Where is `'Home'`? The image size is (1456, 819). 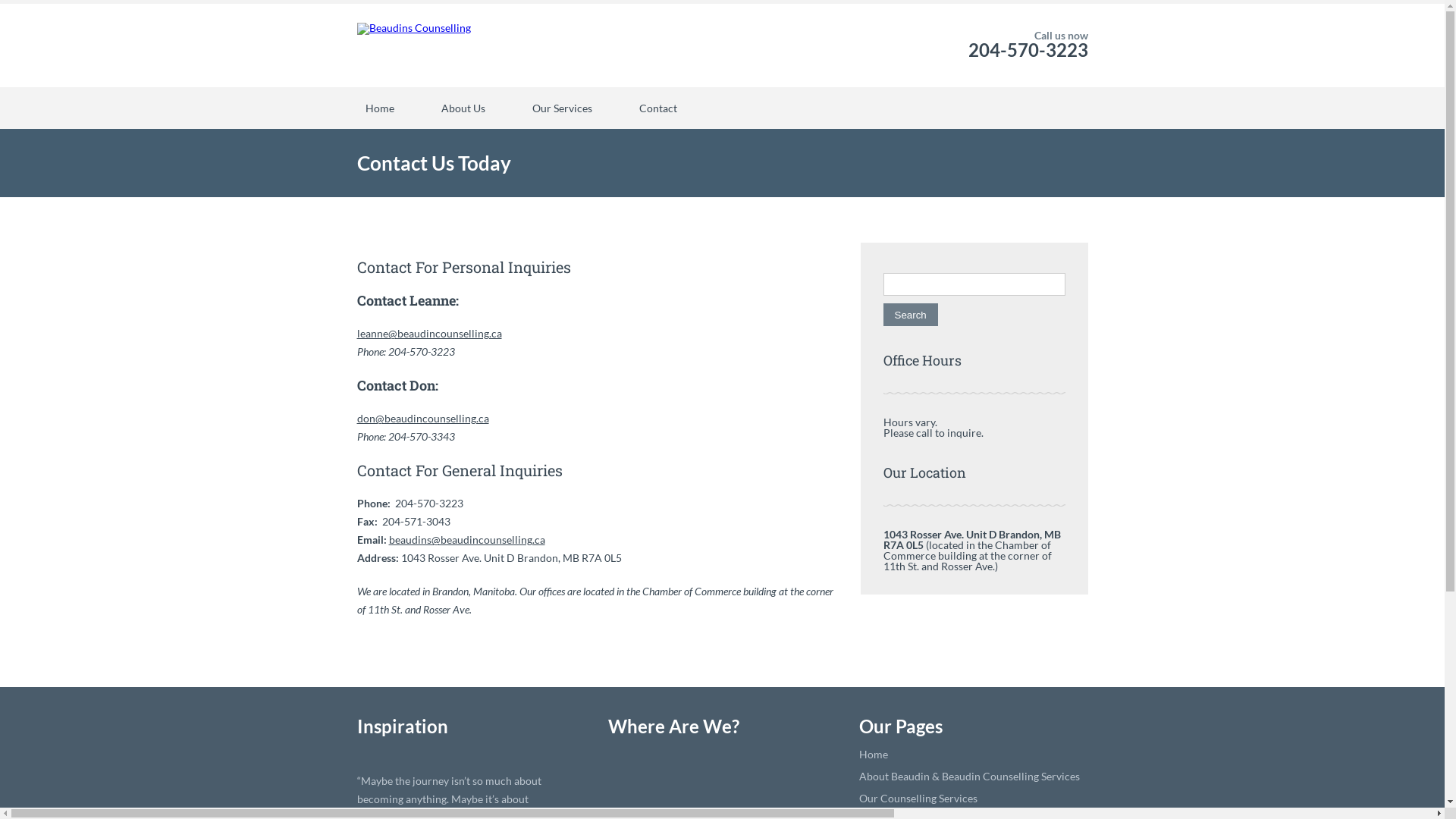 'Home' is located at coordinates (873, 754).